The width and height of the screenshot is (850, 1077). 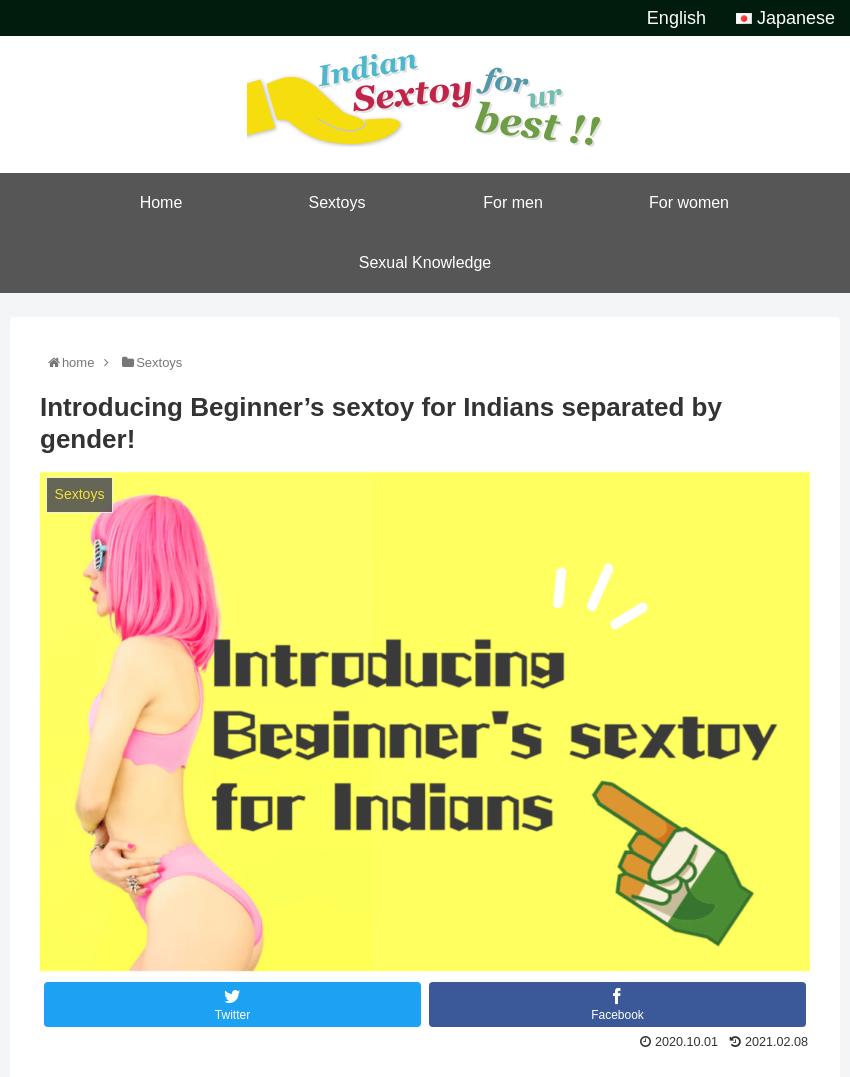 What do you see at coordinates (648, 201) in the screenshot?
I see `'For women'` at bounding box center [648, 201].